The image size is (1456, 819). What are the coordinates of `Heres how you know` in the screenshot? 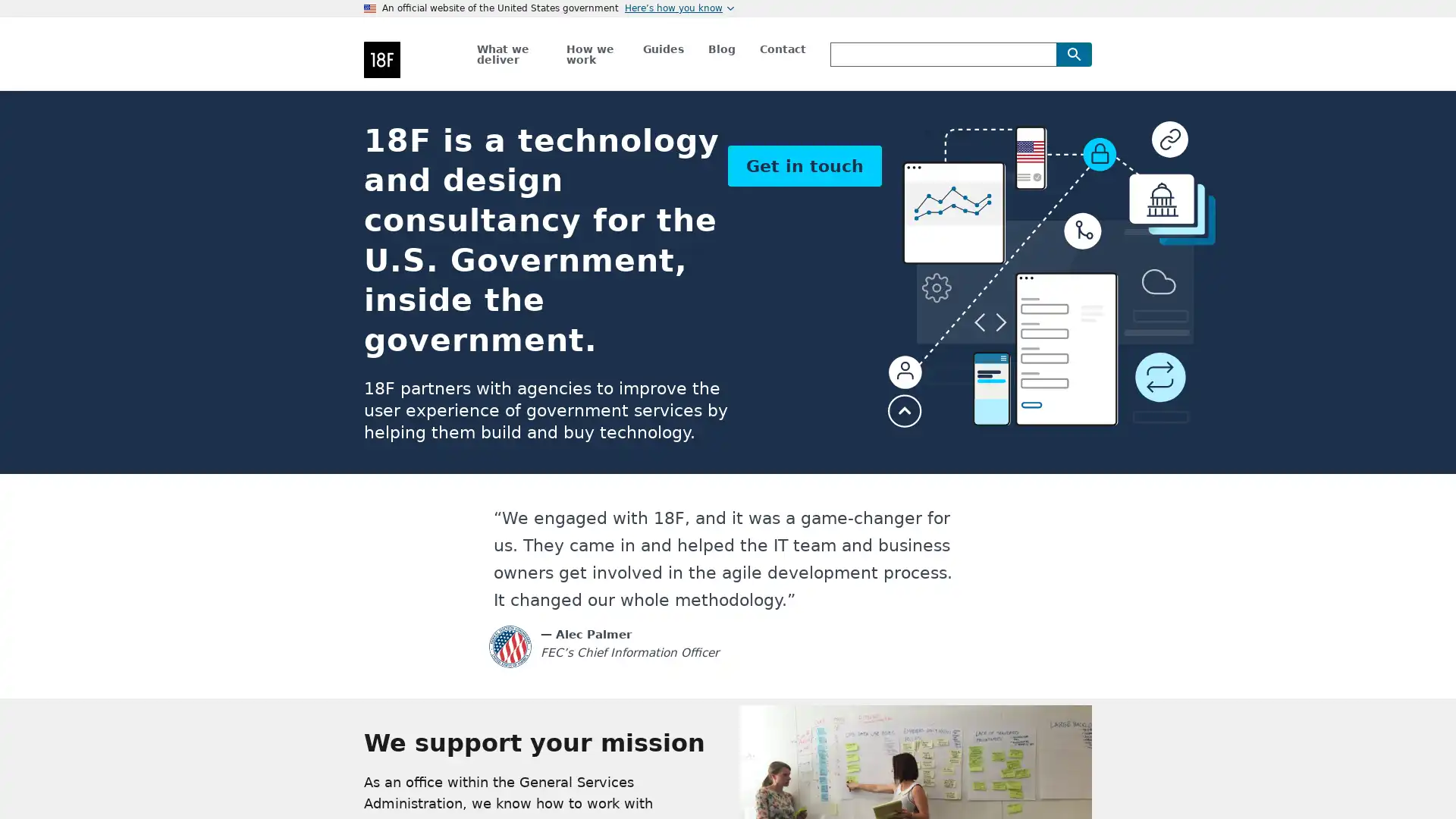 It's located at (679, 8).